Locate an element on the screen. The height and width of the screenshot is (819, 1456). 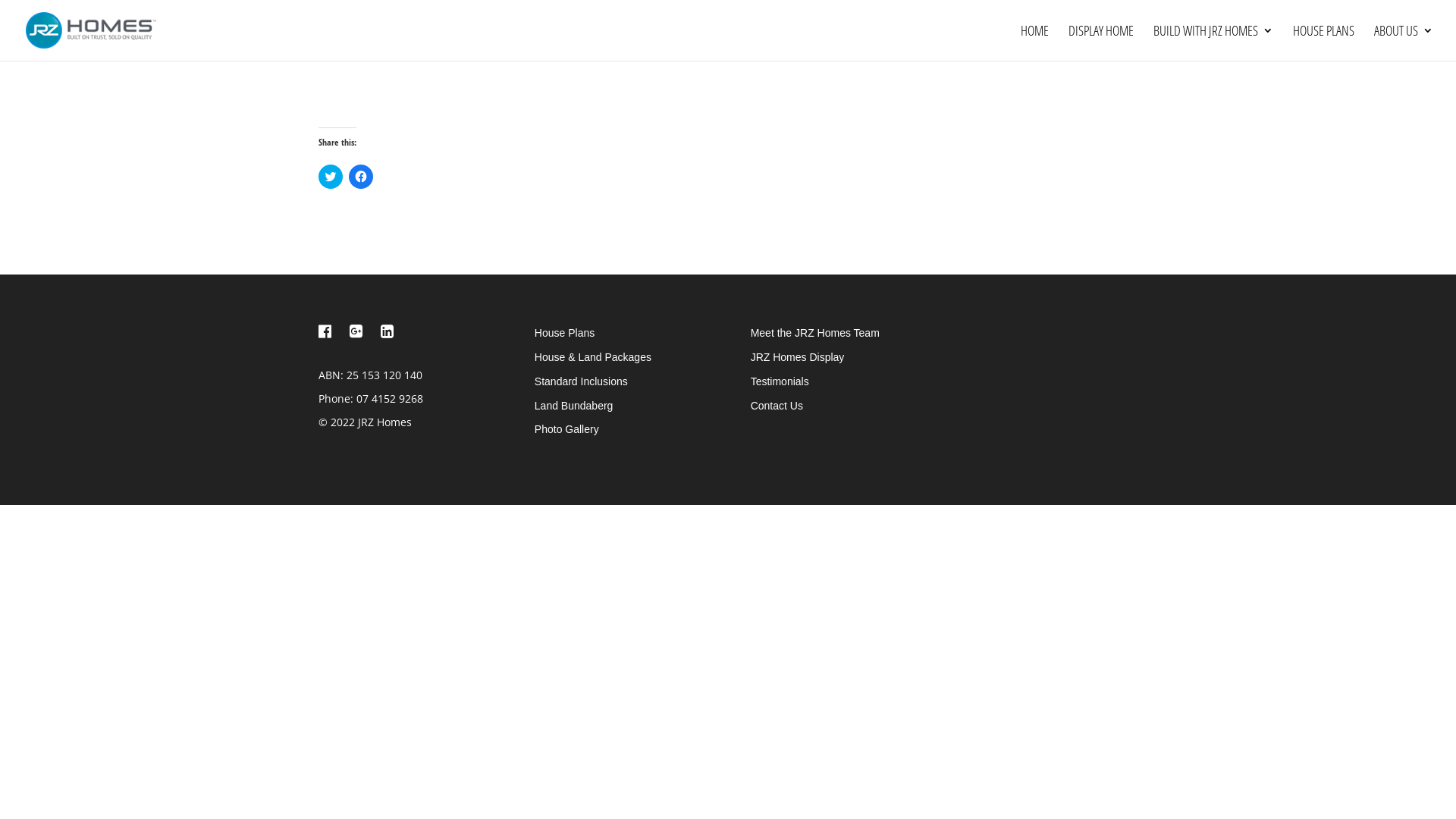
'07 4152 9268' is located at coordinates (356, 397).